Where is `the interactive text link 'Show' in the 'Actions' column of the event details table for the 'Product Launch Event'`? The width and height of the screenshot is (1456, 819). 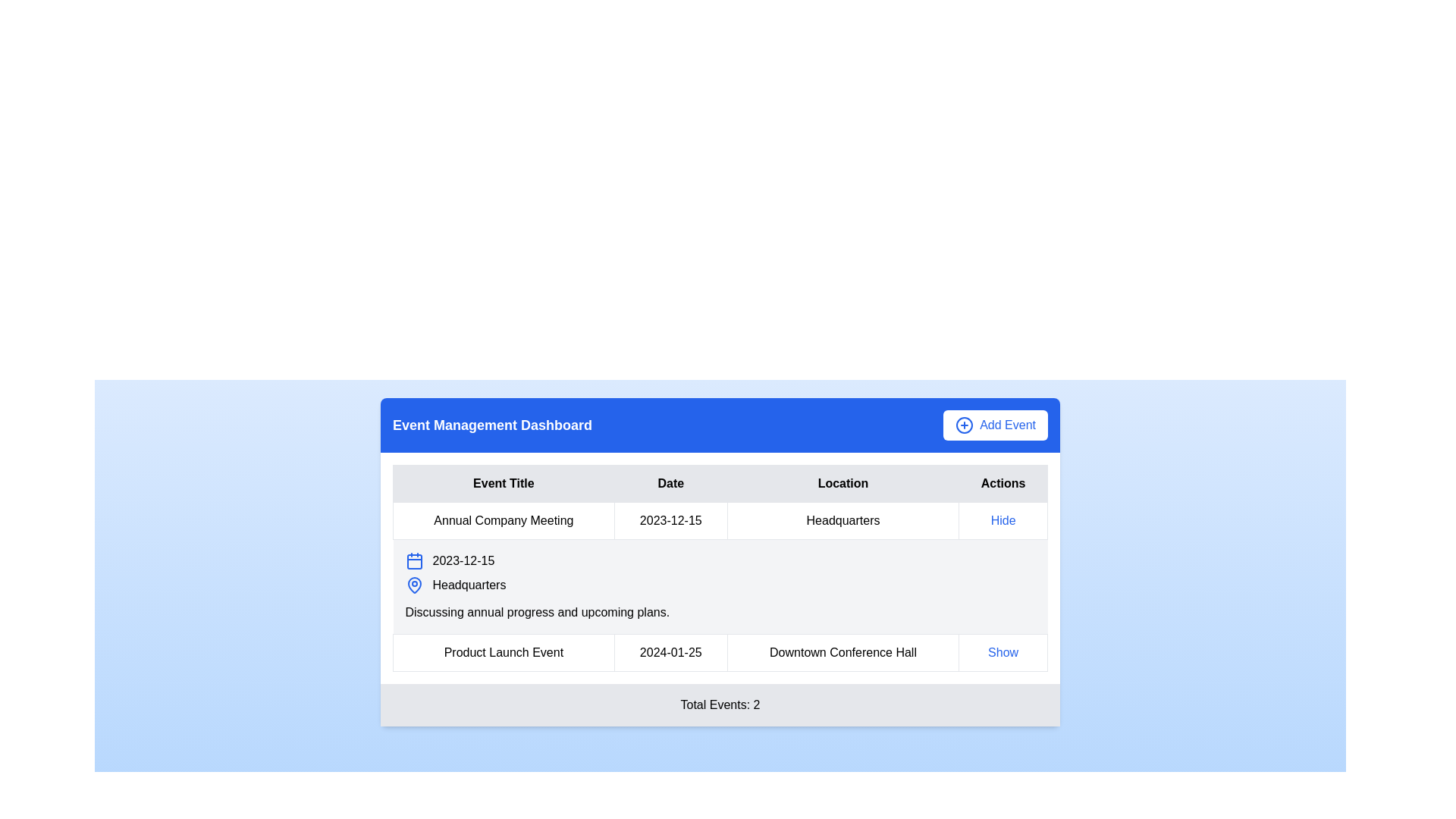 the interactive text link 'Show' in the 'Actions' column of the event details table for the 'Product Launch Event' is located at coordinates (1003, 651).